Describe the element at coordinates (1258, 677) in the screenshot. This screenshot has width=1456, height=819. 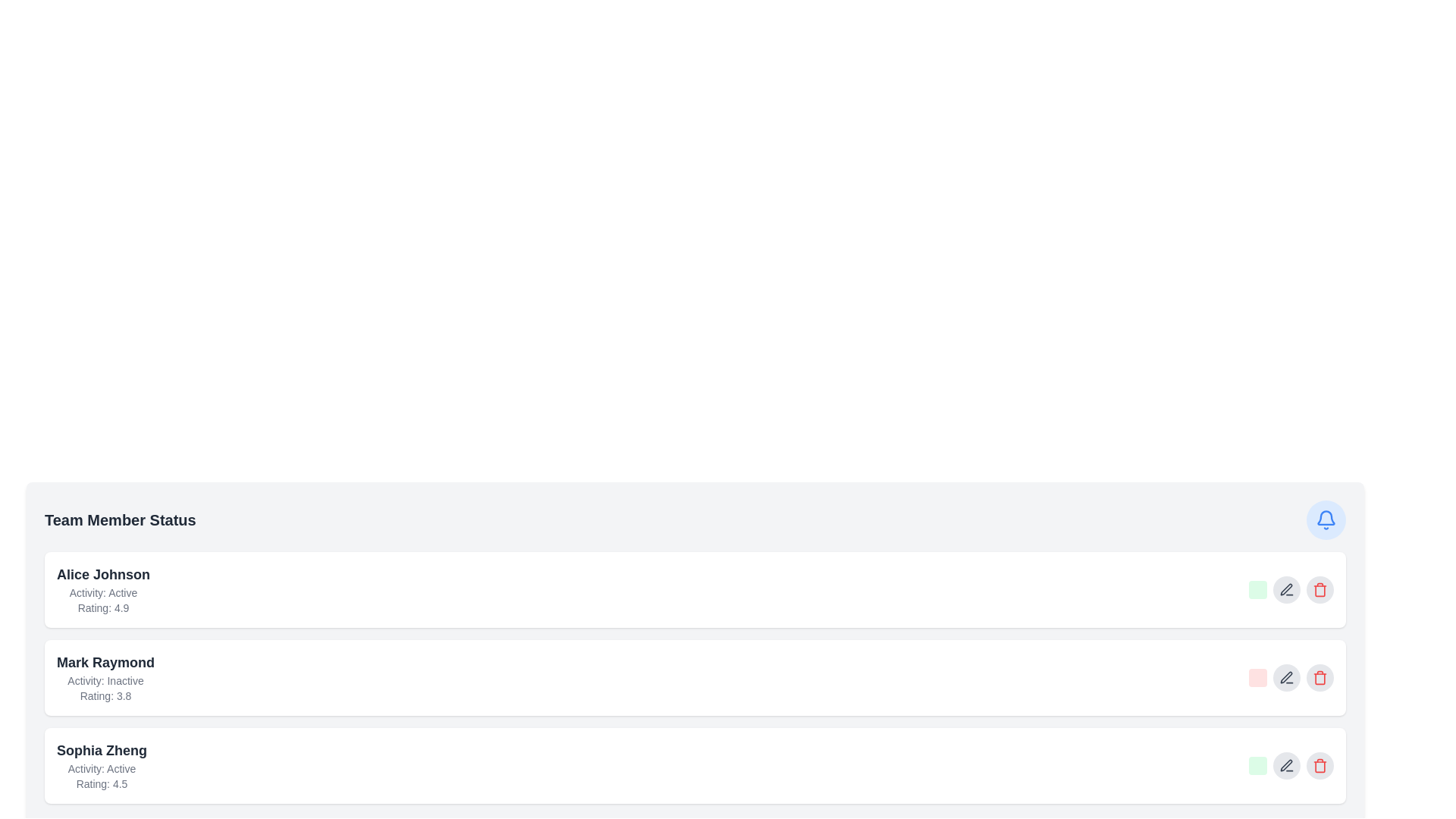
I see `the first badge indicating the activity status of the team member, which displays 'Inactive'` at that location.